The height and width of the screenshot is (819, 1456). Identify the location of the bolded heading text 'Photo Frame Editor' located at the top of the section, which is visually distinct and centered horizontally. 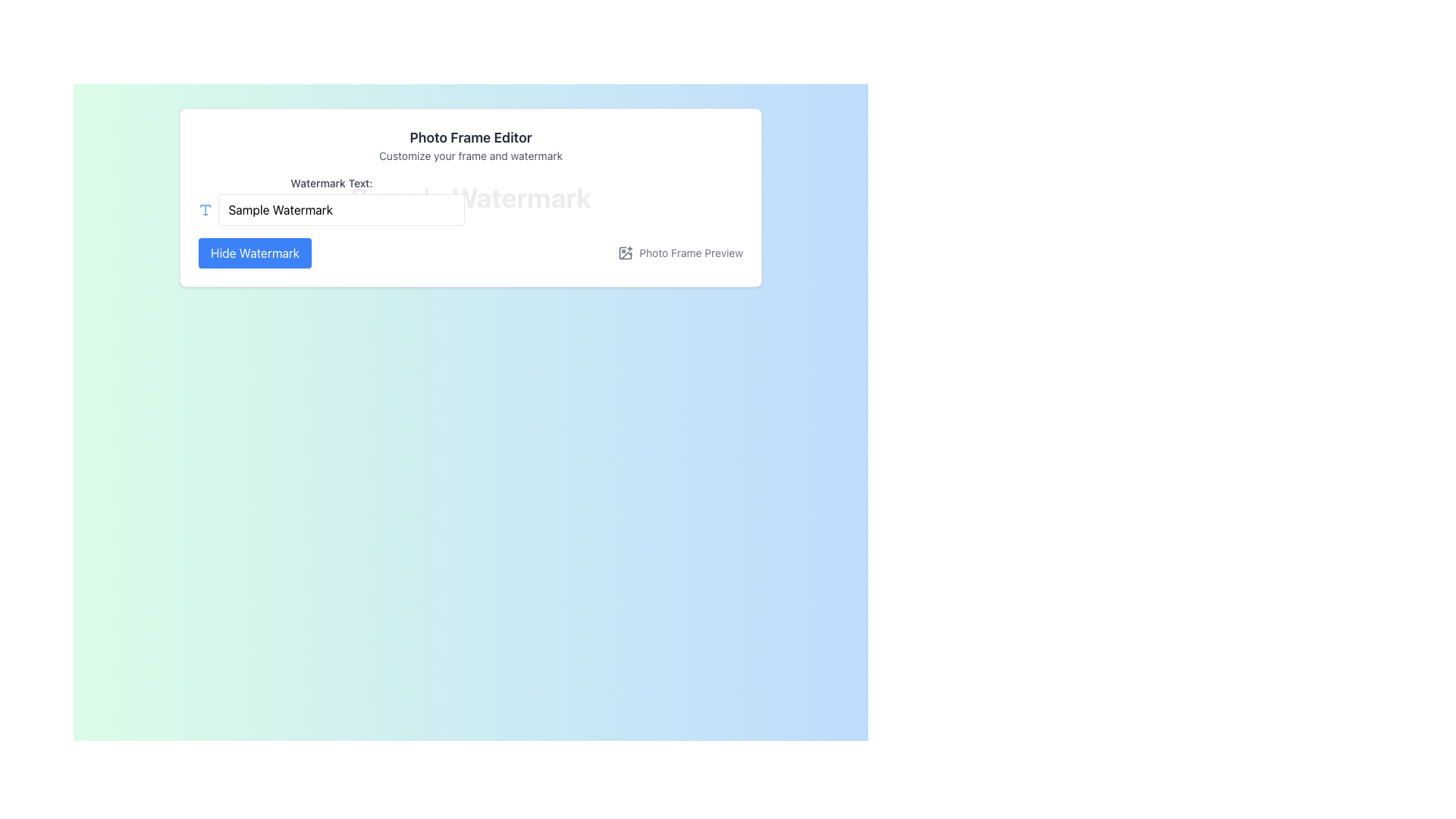
(469, 137).